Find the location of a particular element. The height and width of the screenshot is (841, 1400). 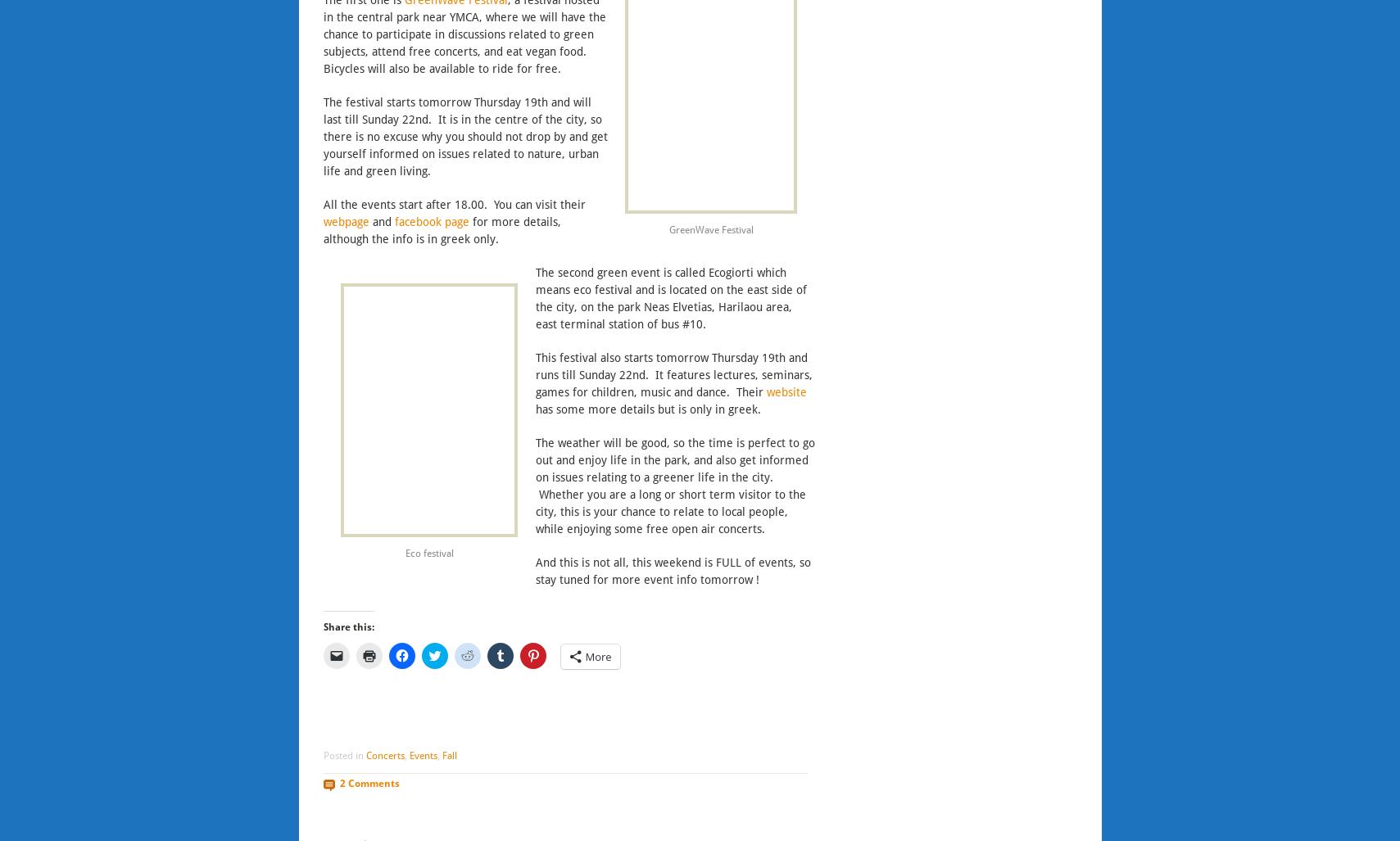

'Fall' is located at coordinates (448, 755).